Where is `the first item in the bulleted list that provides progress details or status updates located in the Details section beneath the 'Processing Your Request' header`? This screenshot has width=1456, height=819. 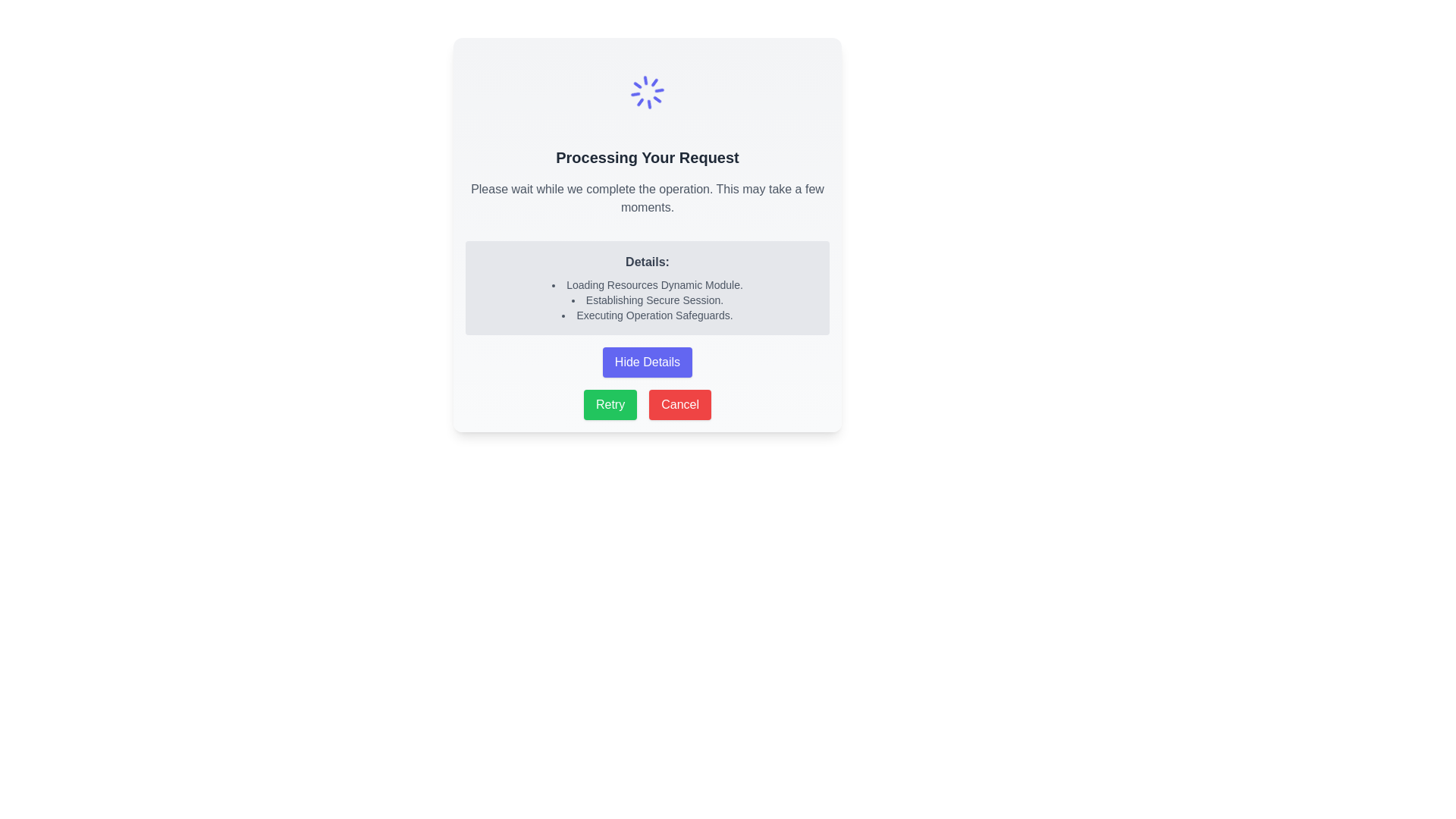 the first item in the bulleted list that provides progress details or status updates located in the Details section beneath the 'Processing Your Request' header is located at coordinates (648, 284).